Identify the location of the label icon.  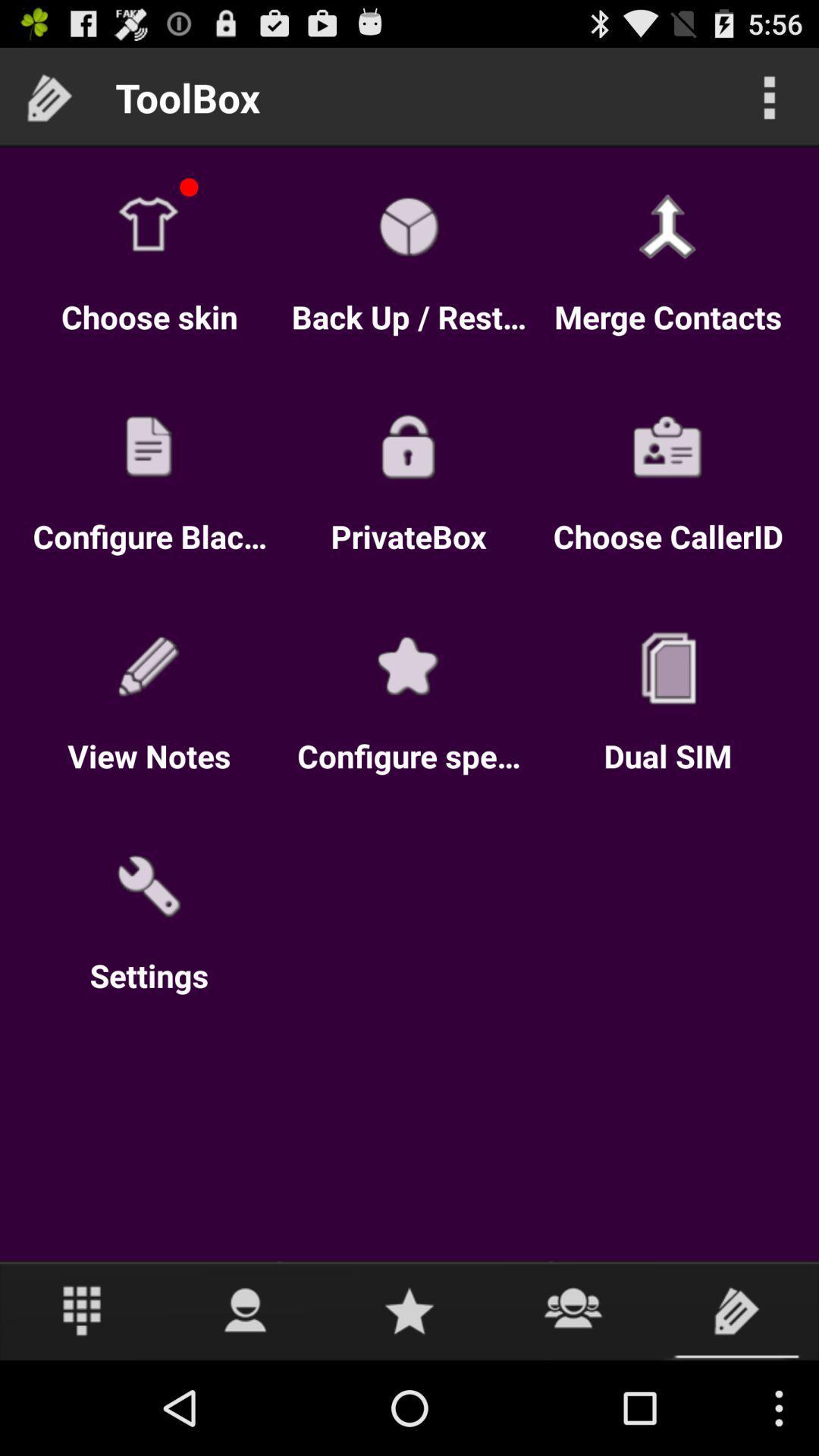
(736, 1401).